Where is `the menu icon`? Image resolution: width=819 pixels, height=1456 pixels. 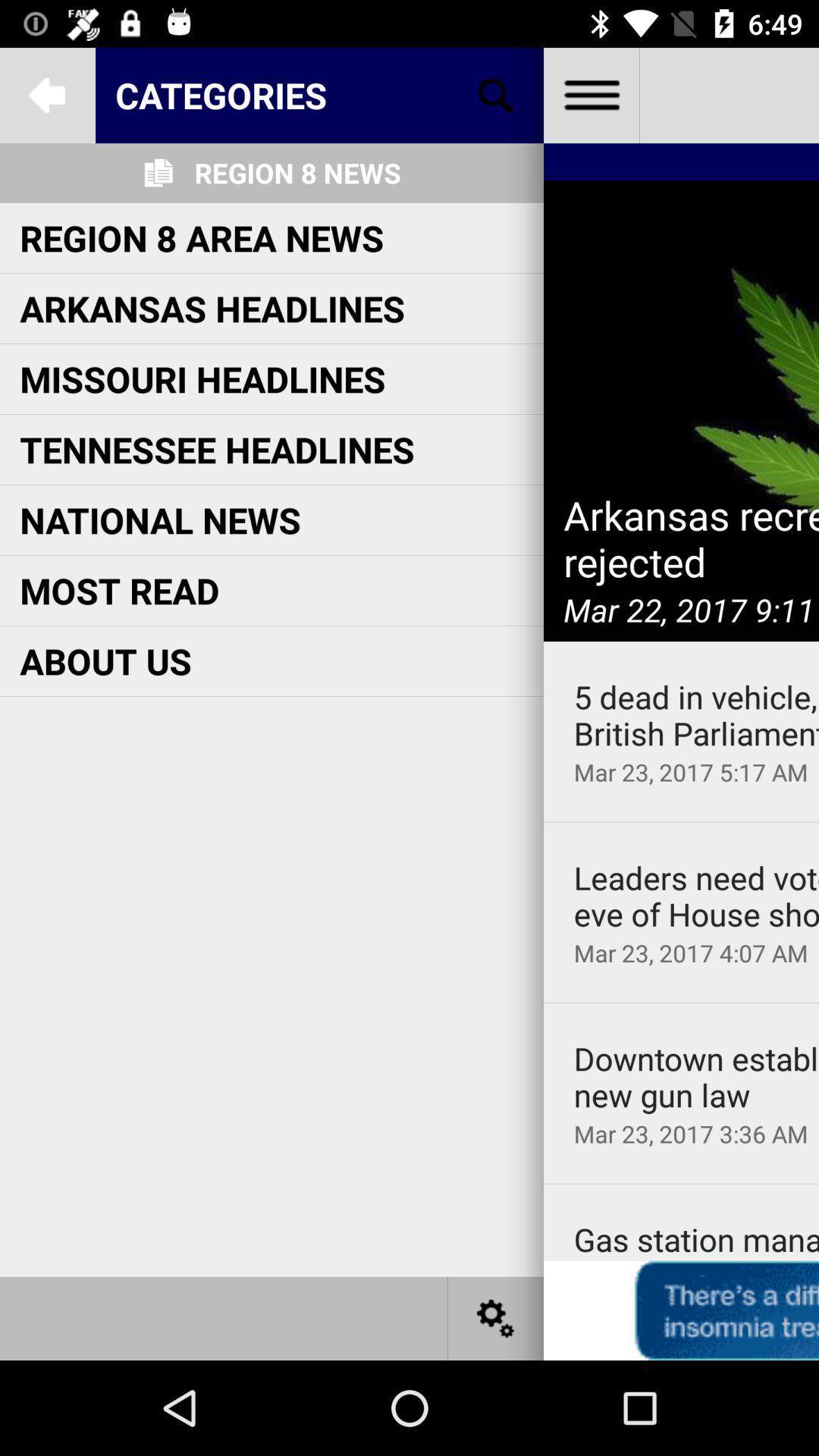 the menu icon is located at coordinates (590, 94).